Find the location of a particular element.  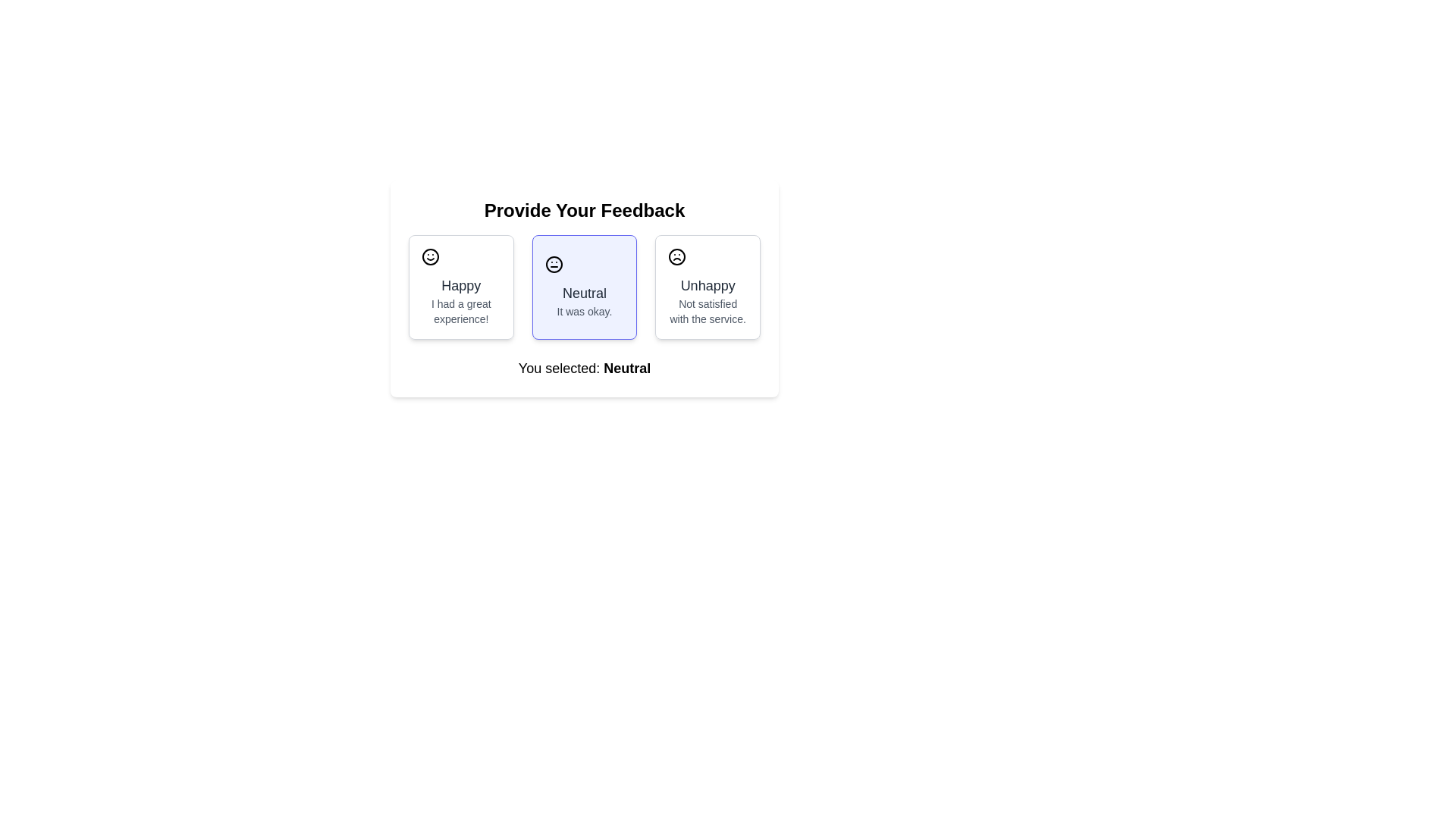

the text label 'Unhappy' which is styled with a large font size and medium font weight, located within a feedback card, directly below the unhappy face icon is located at coordinates (707, 286).